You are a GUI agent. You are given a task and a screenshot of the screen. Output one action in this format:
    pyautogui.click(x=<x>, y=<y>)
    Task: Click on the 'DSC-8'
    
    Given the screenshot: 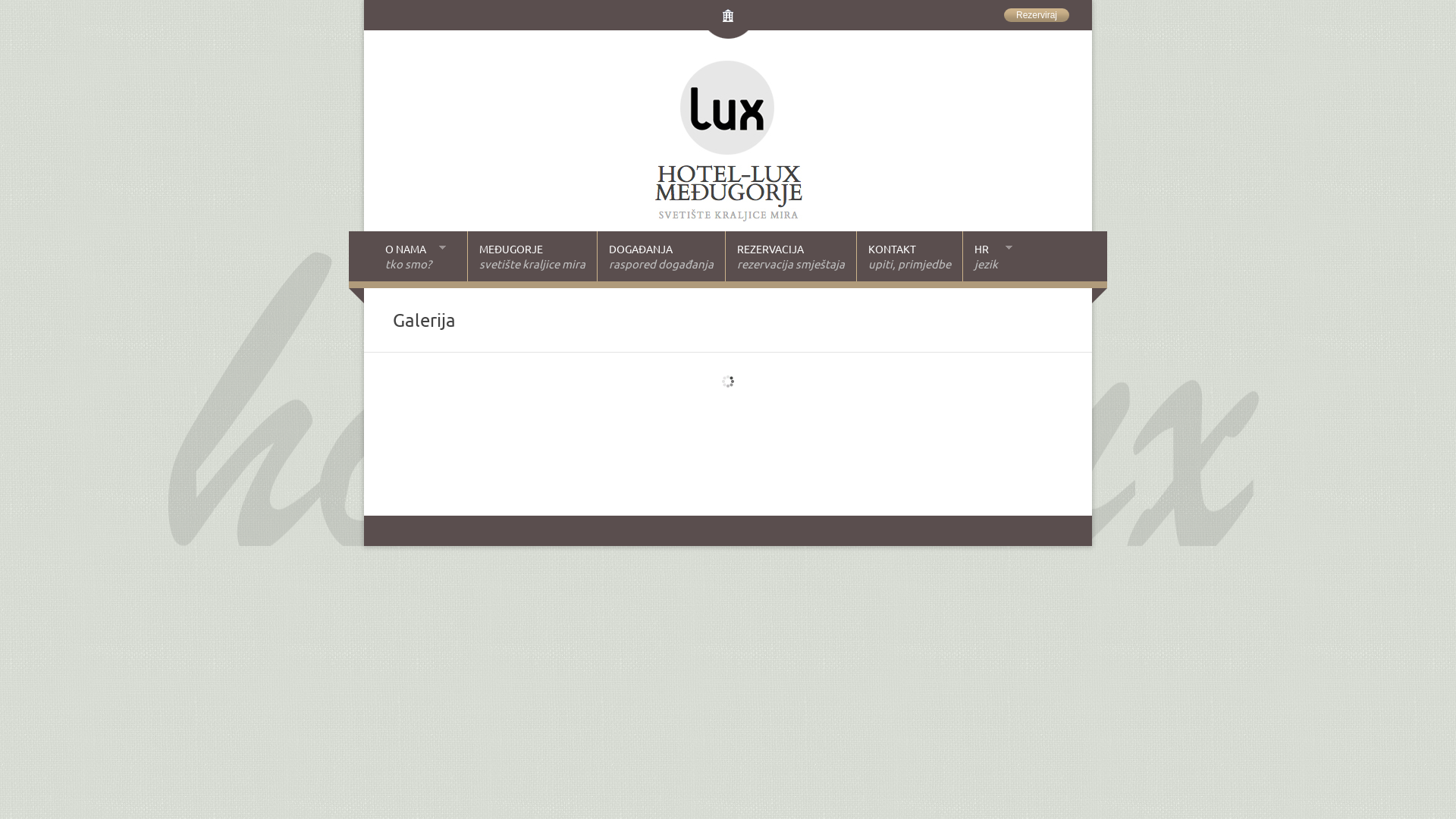 What is the action you would take?
    pyautogui.click(x=758, y=375)
    